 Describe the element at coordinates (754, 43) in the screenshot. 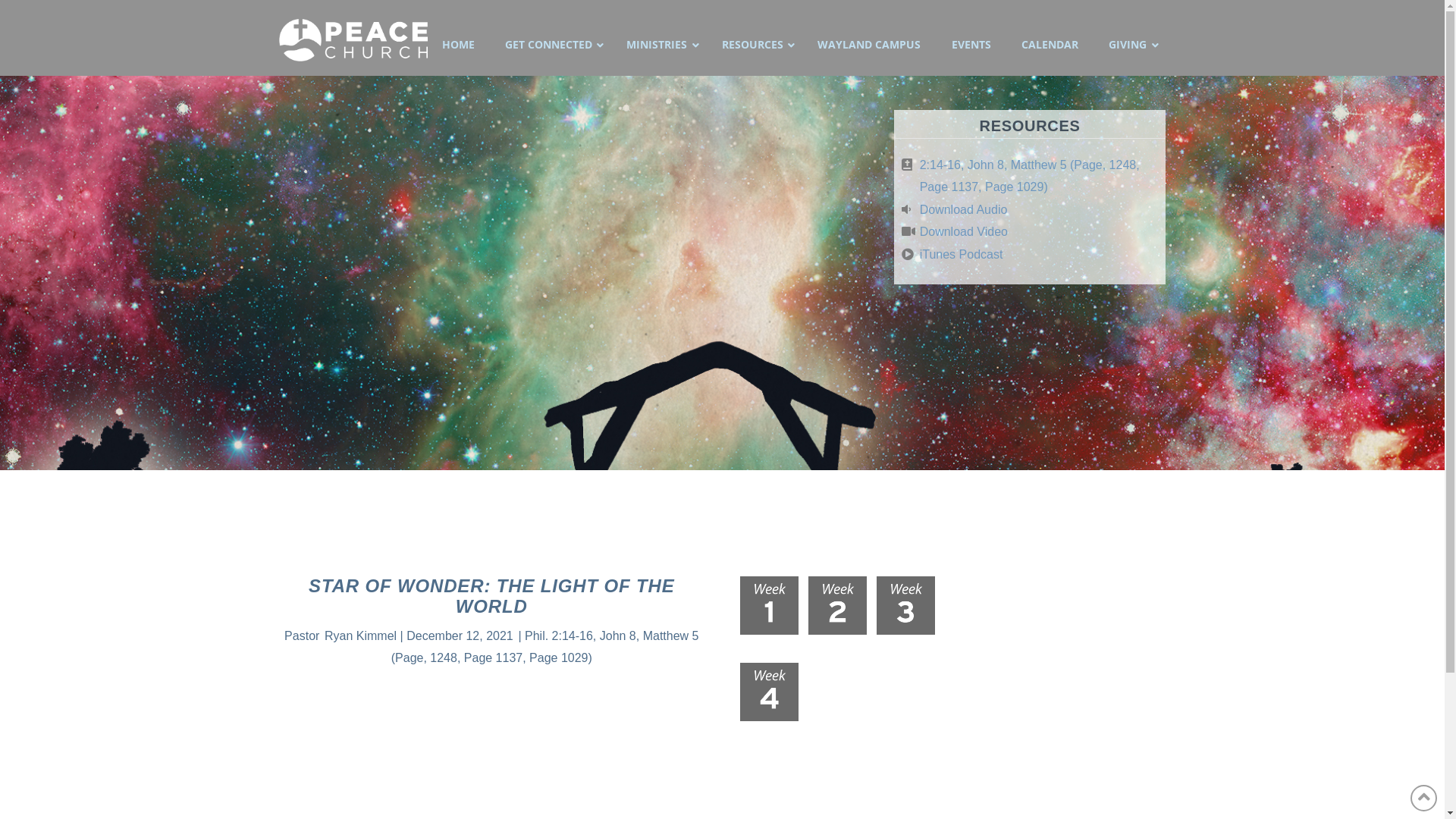

I see `'RESOURCES'` at that location.